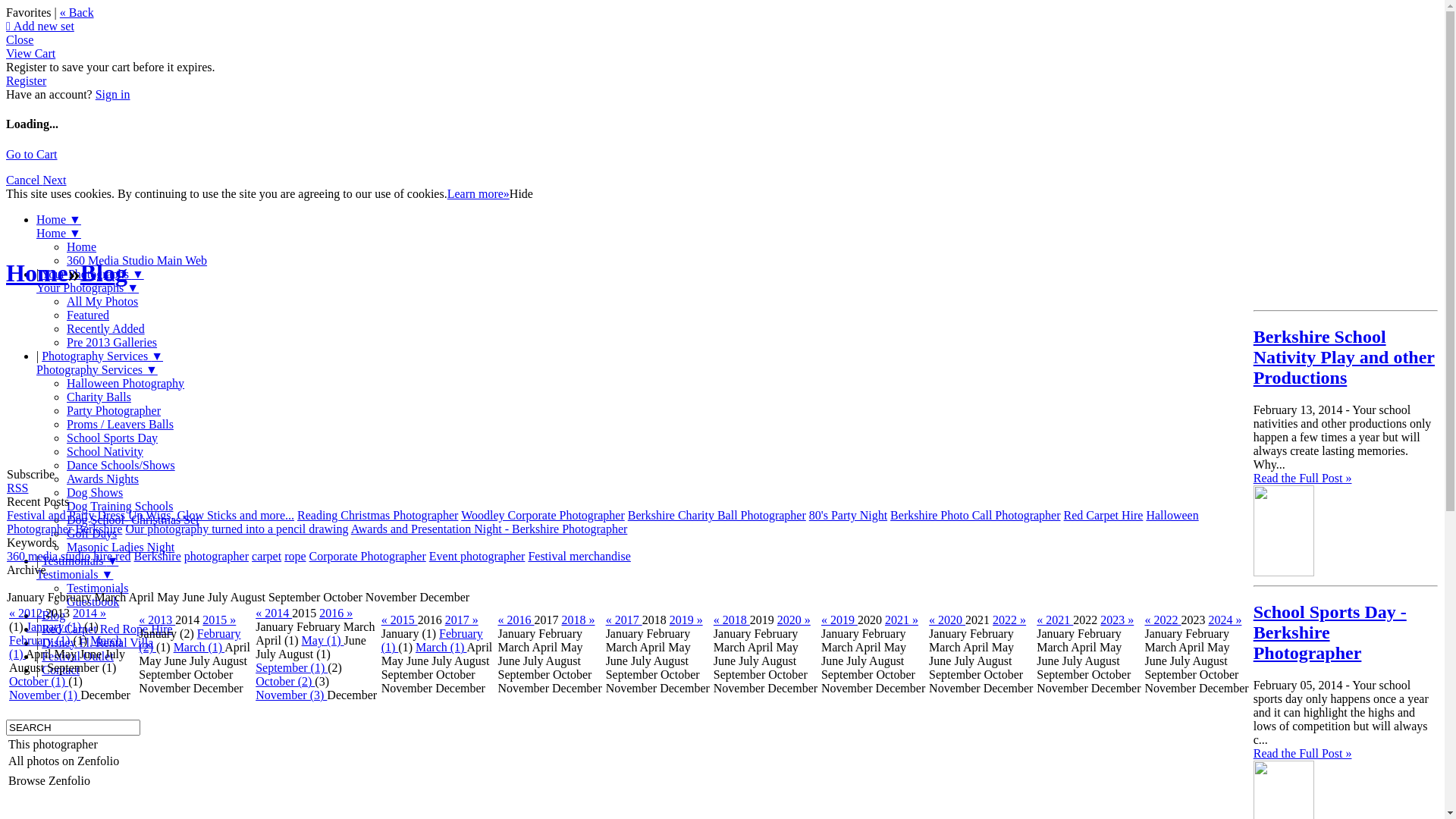 This screenshot has width=1456, height=819. I want to click on 'School Sports Day', so click(65, 438).